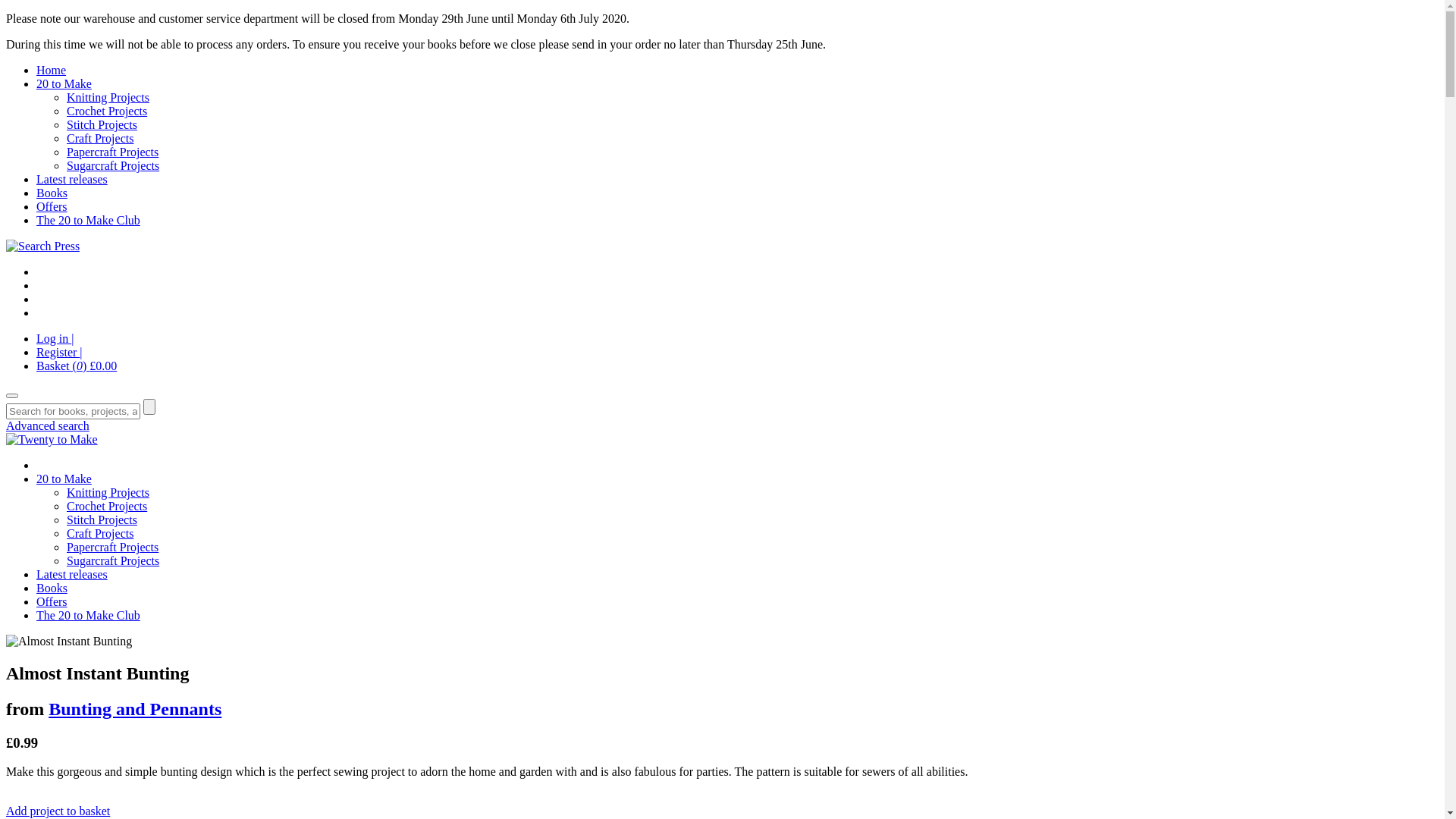  What do you see at coordinates (36, 70) in the screenshot?
I see `'Home'` at bounding box center [36, 70].